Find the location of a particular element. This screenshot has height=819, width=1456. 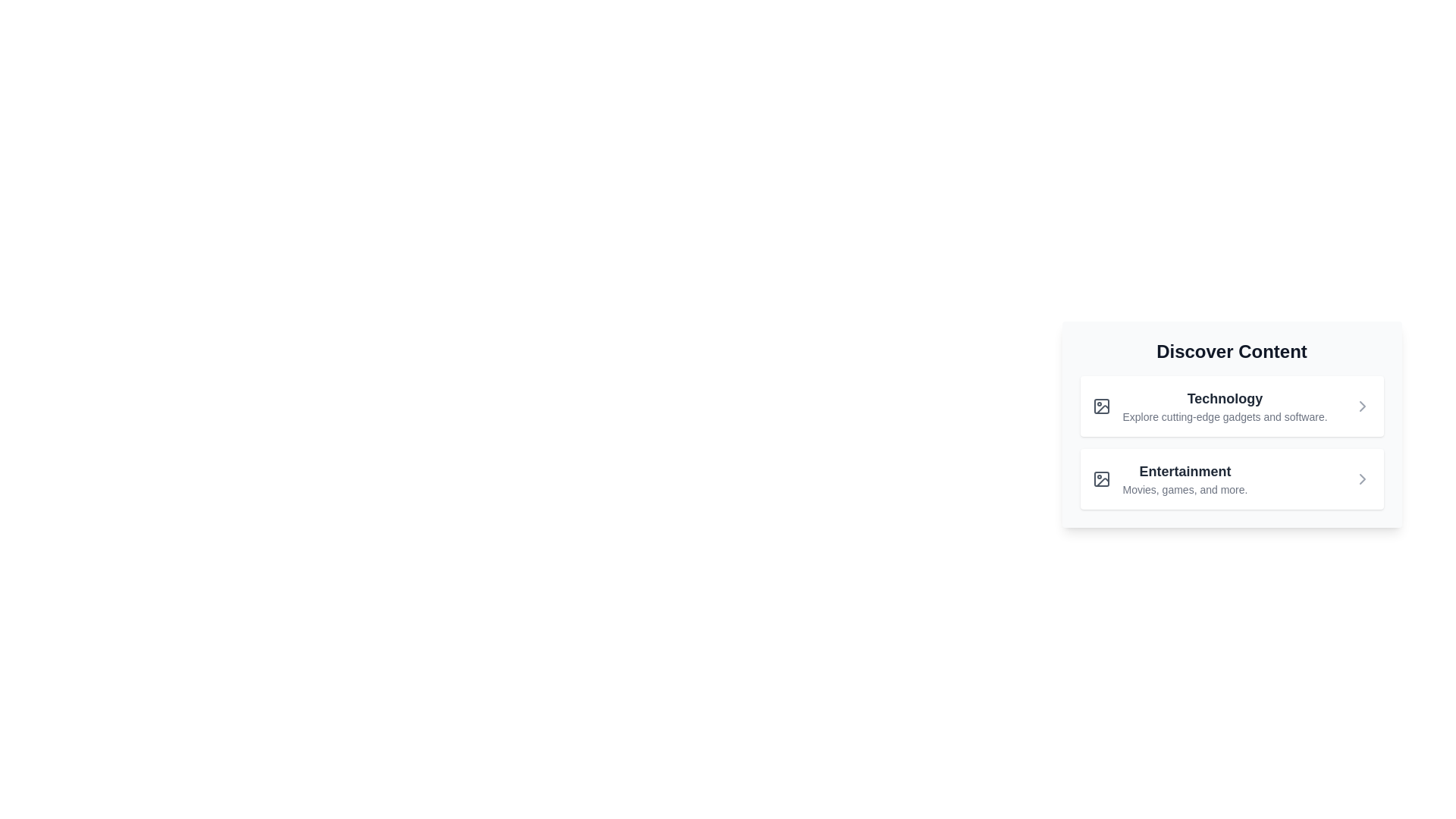

the Chevron icon in the 'Entertainment' section is located at coordinates (1362, 479).